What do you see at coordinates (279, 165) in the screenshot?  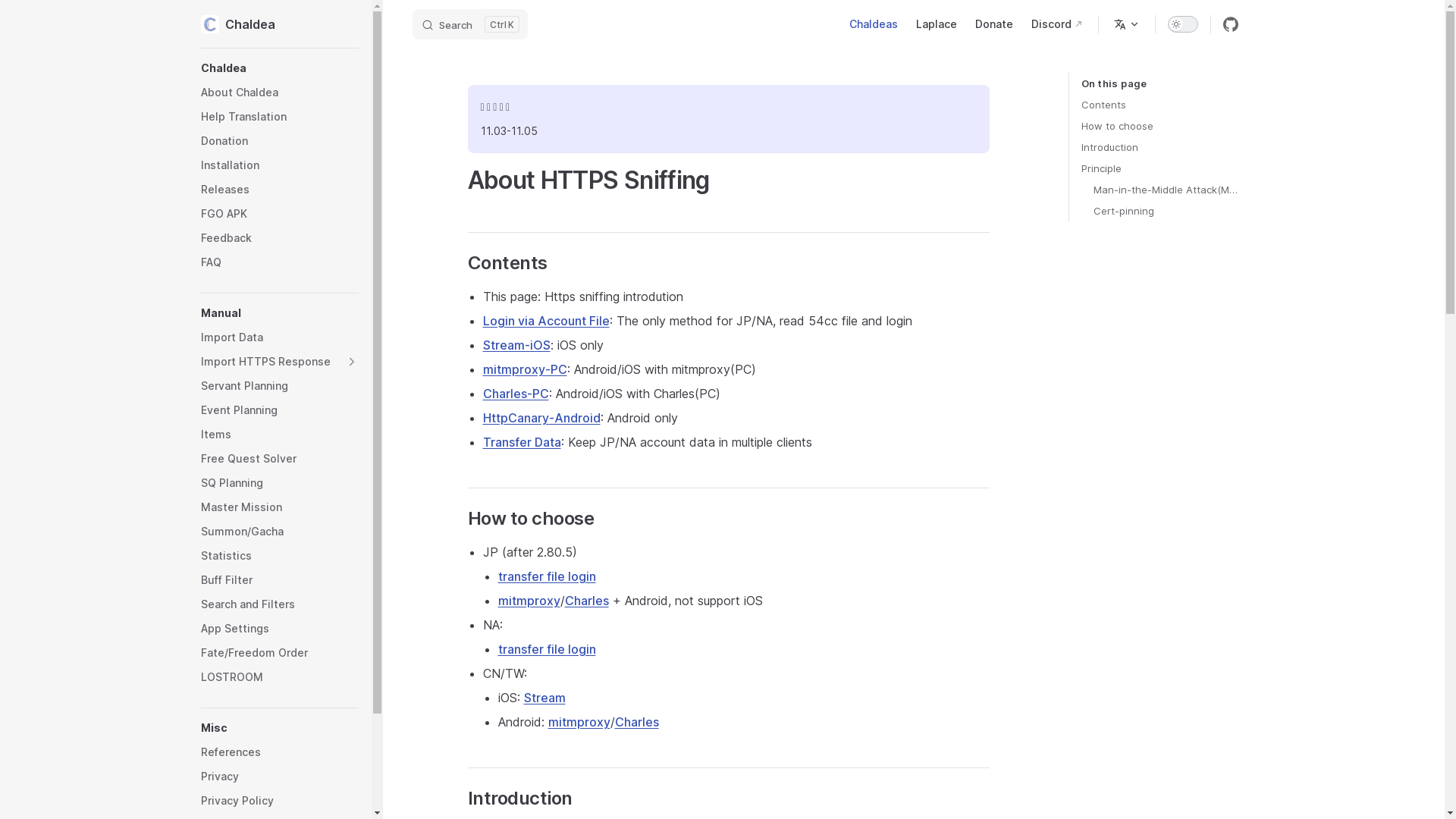 I see `'Installation'` at bounding box center [279, 165].